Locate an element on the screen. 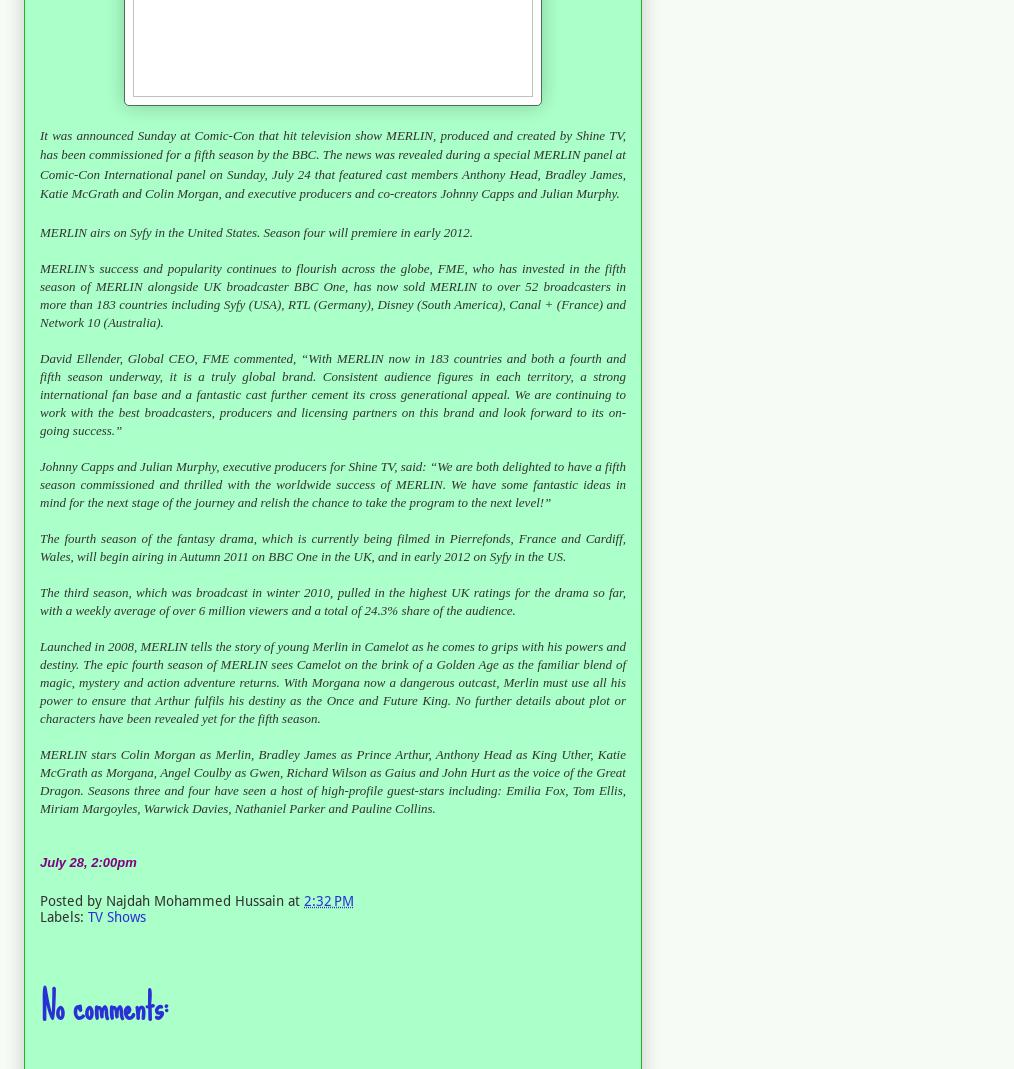  'Labels:' is located at coordinates (62, 915).